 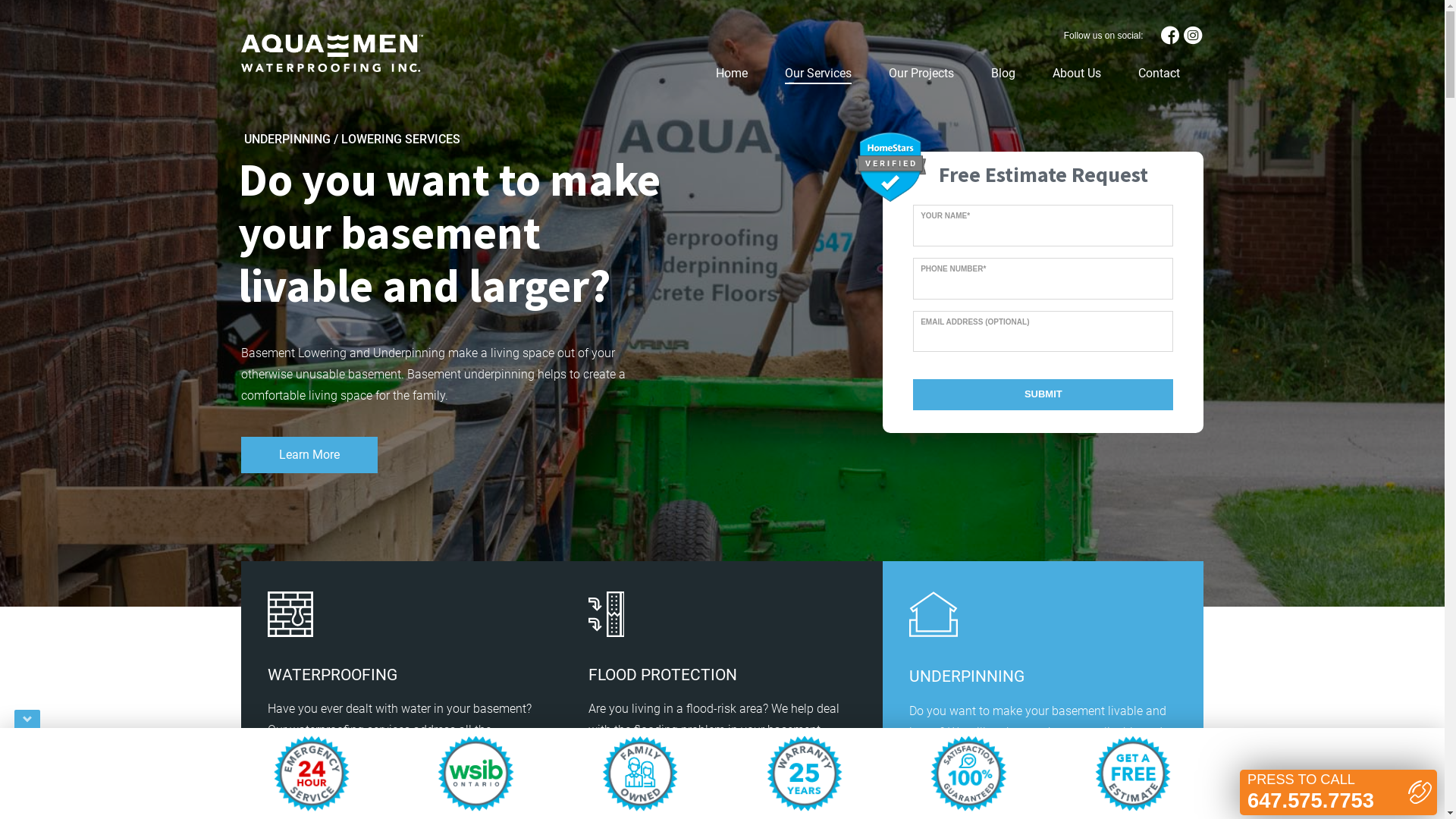 What do you see at coordinates (920, 73) in the screenshot?
I see `'Our Projects'` at bounding box center [920, 73].